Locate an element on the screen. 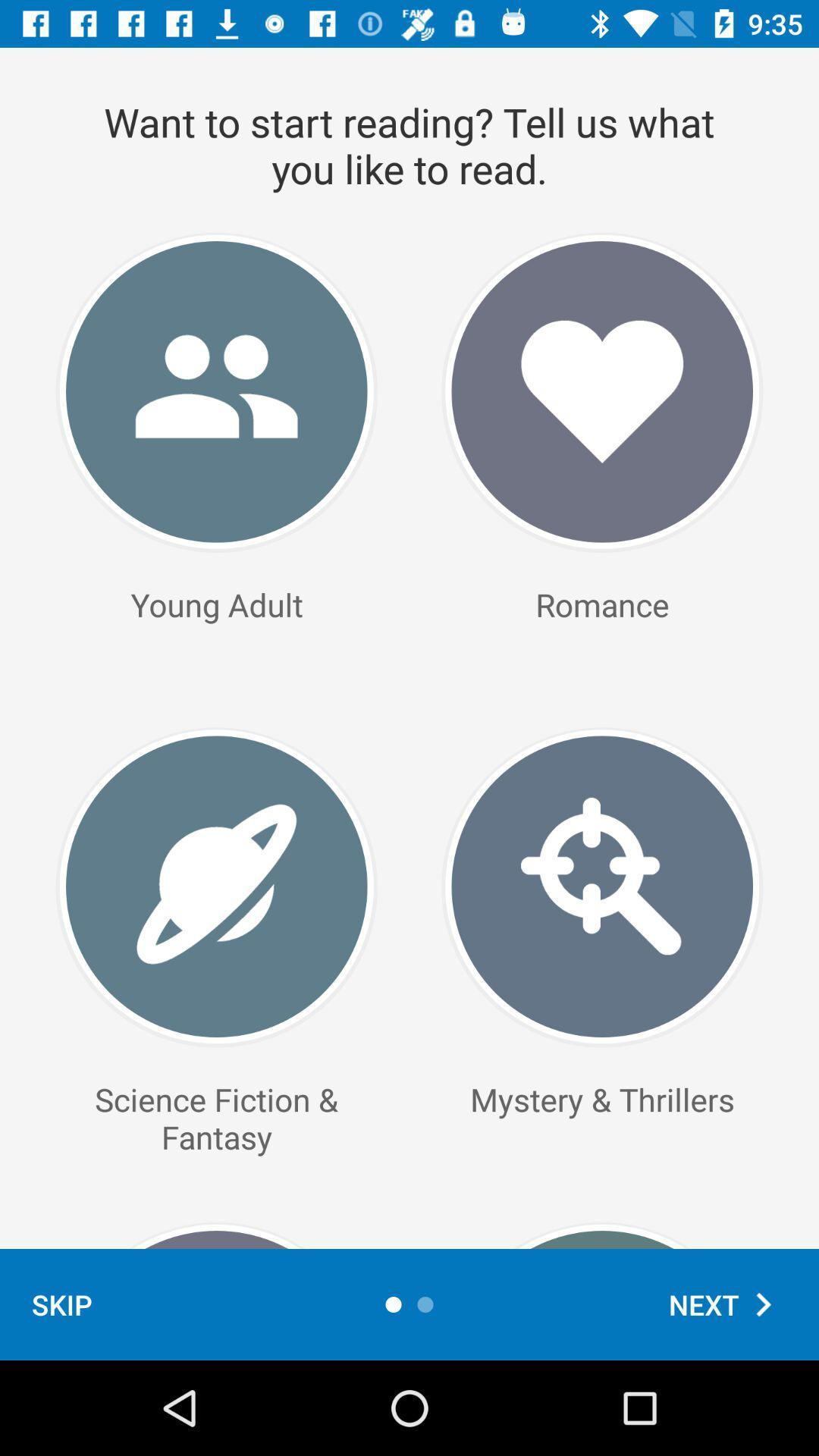 This screenshot has width=819, height=1456. the item below mystery & thrillers icon is located at coordinates (727, 1304).